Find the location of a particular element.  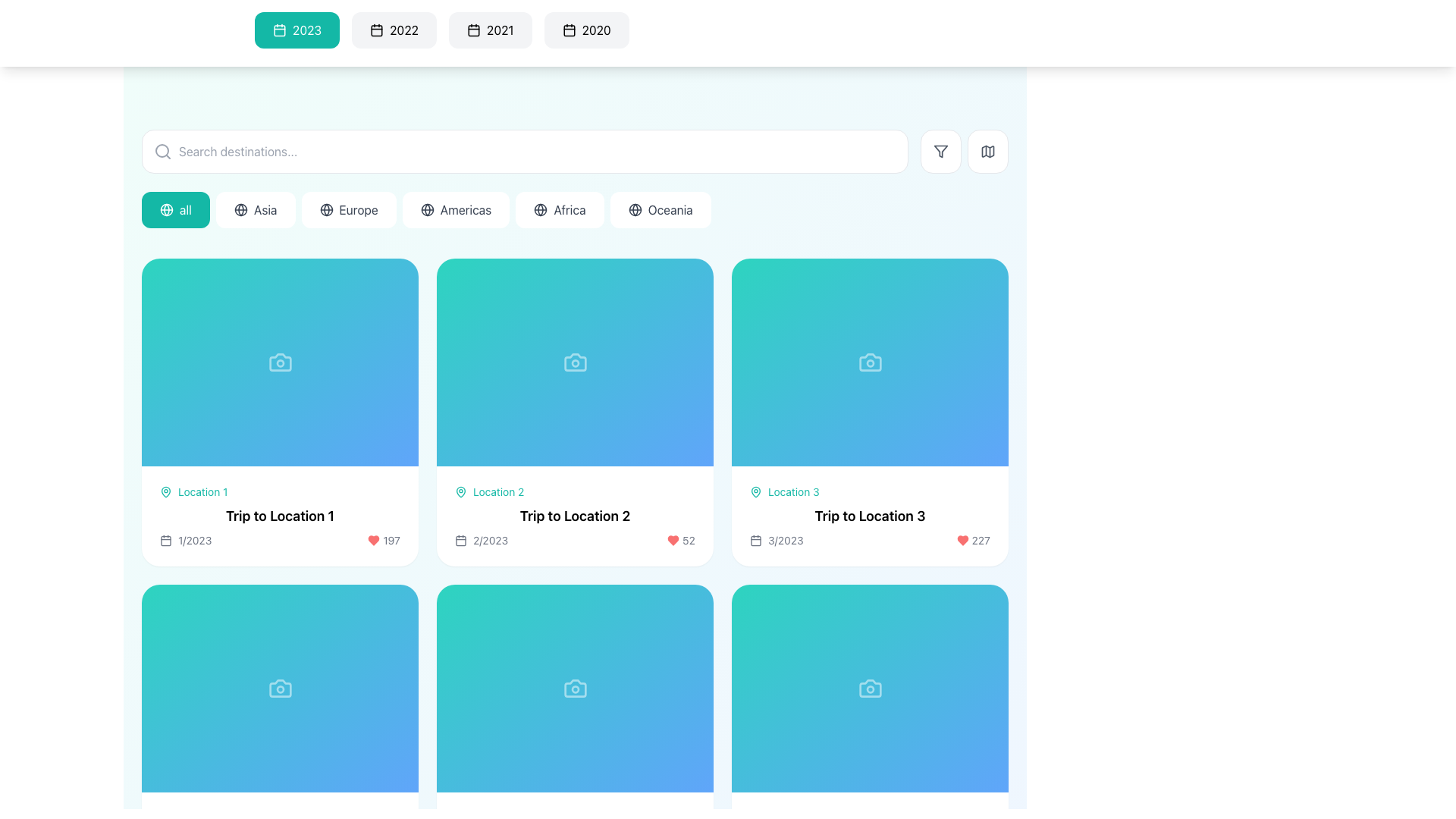

the 'Oceania' region filter button, which is the sixth button in a horizontal list of region buttons, located at the far right of the list is located at coordinates (661, 210).